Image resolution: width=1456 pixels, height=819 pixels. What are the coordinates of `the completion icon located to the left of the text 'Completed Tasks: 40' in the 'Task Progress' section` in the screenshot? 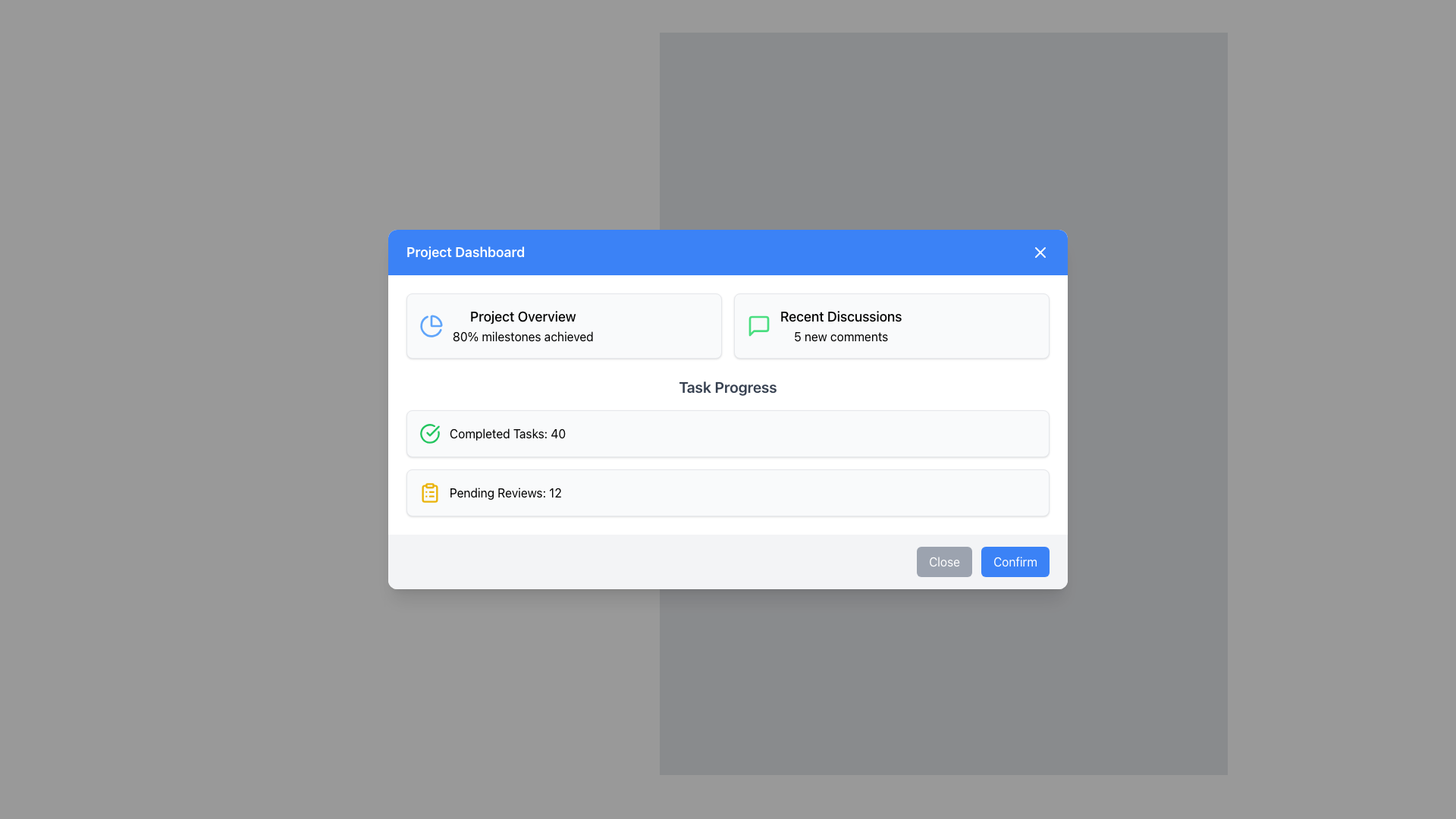 It's located at (428, 433).